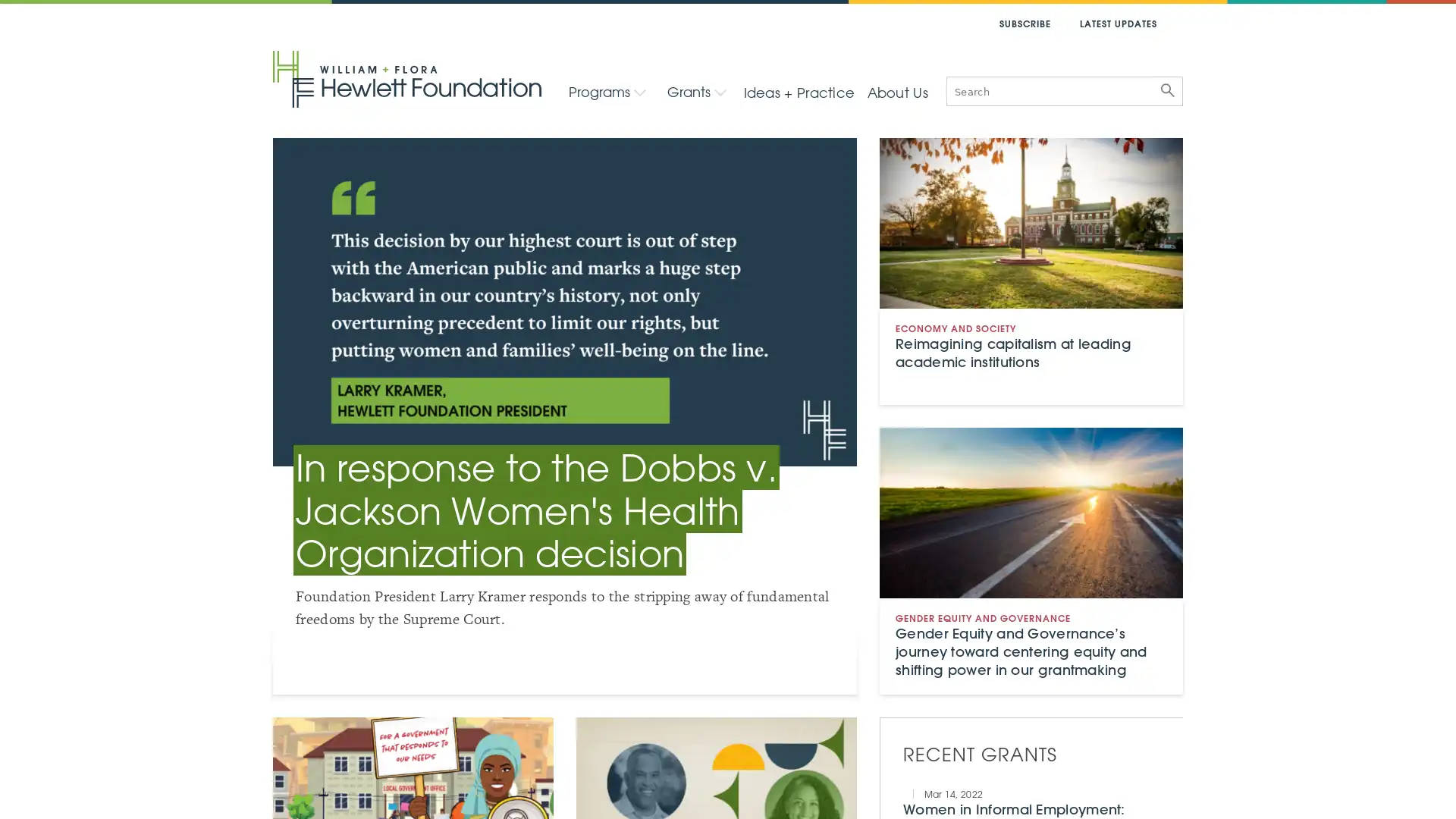 The height and width of the screenshot is (819, 1456). What do you see at coordinates (695, 91) in the screenshot?
I see `Grants` at bounding box center [695, 91].